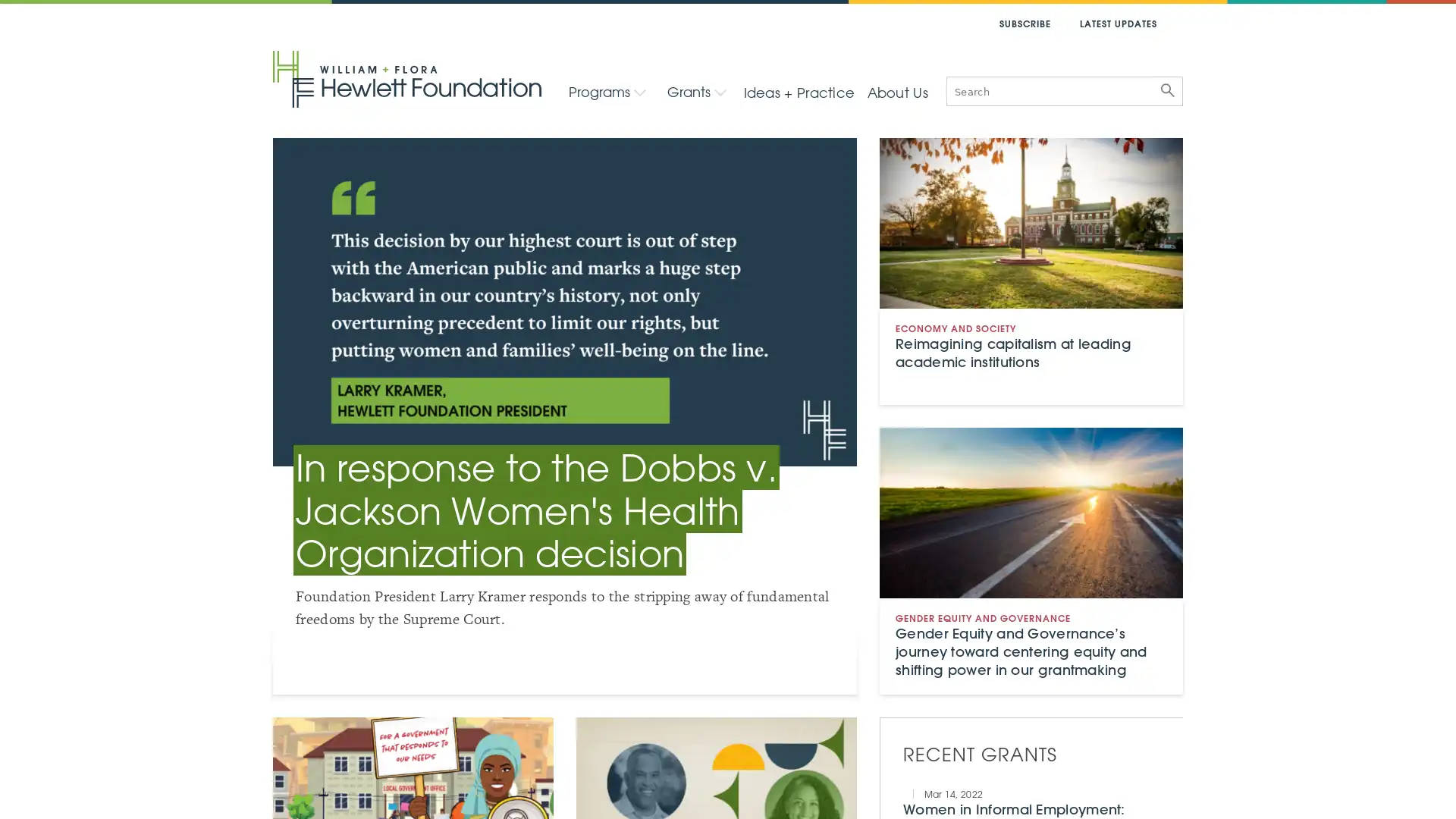 The height and width of the screenshot is (819, 1456). What do you see at coordinates (695, 91) in the screenshot?
I see `Grants` at bounding box center [695, 91].